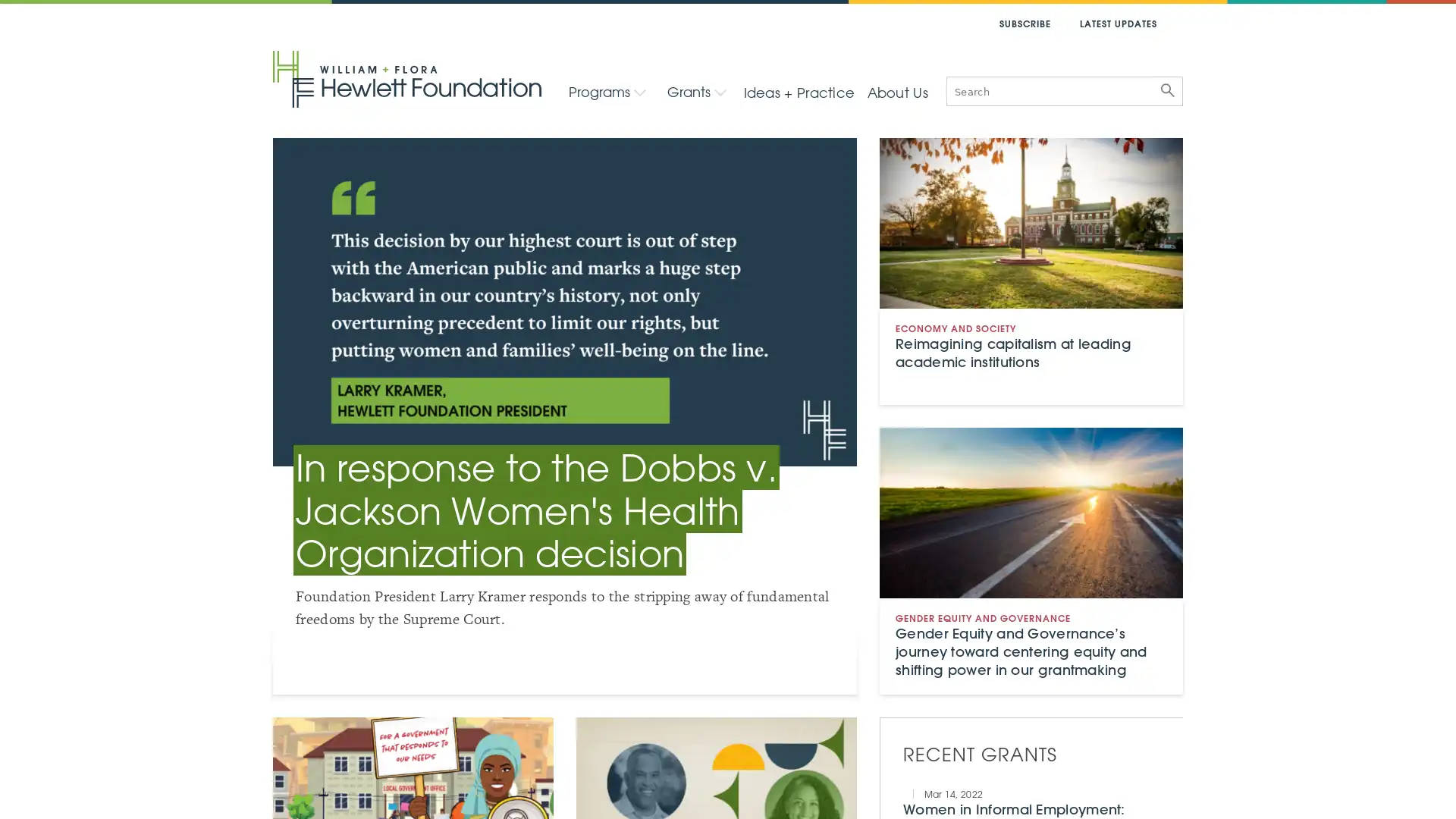 The height and width of the screenshot is (819, 1456). What do you see at coordinates (695, 91) in the screenshot?
I see `Grants` at bounding box center [695, 91].